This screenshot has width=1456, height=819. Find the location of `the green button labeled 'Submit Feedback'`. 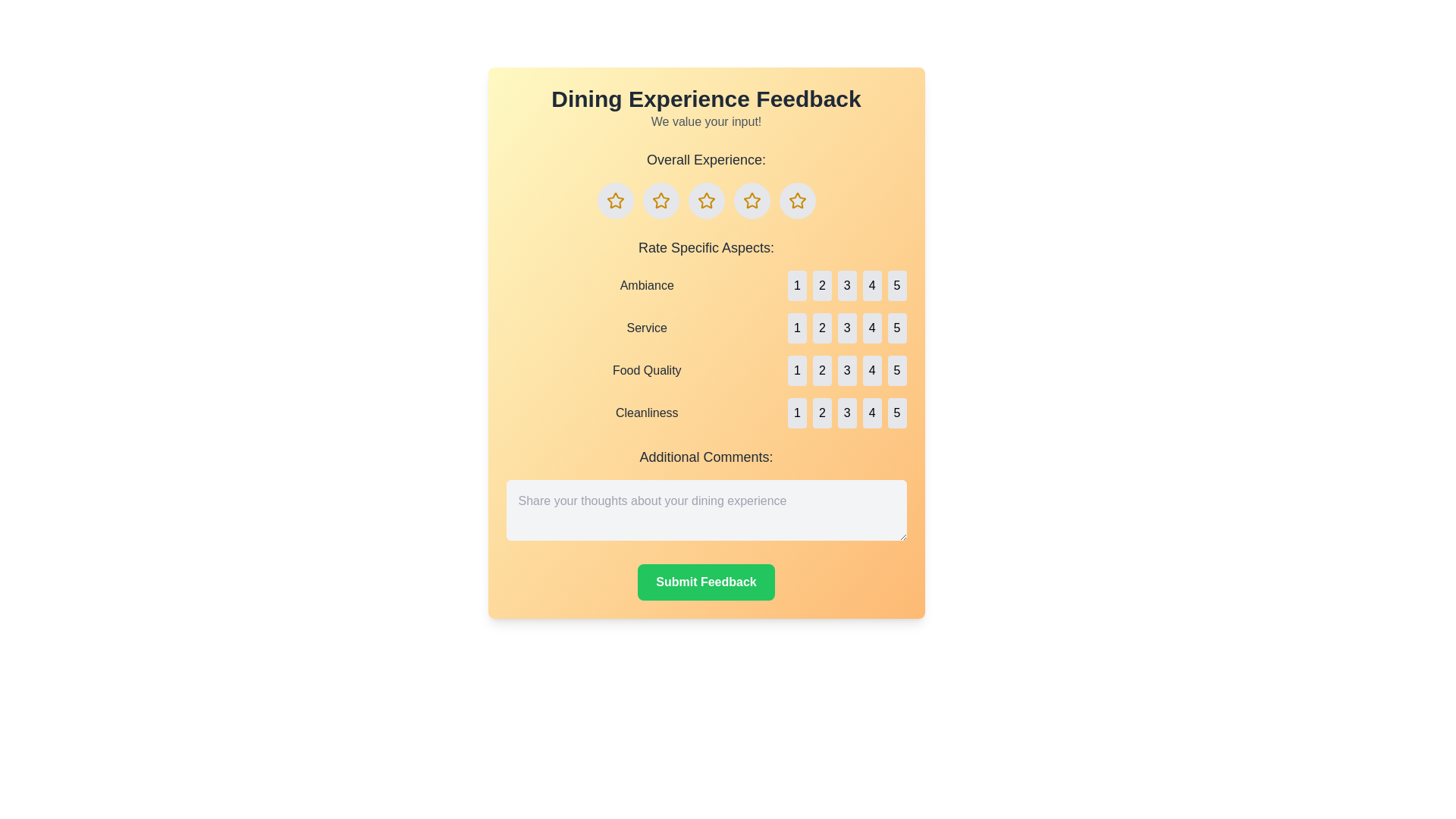

the green button labeled 'Submit Feedback' is located at coordinates (705, 581).